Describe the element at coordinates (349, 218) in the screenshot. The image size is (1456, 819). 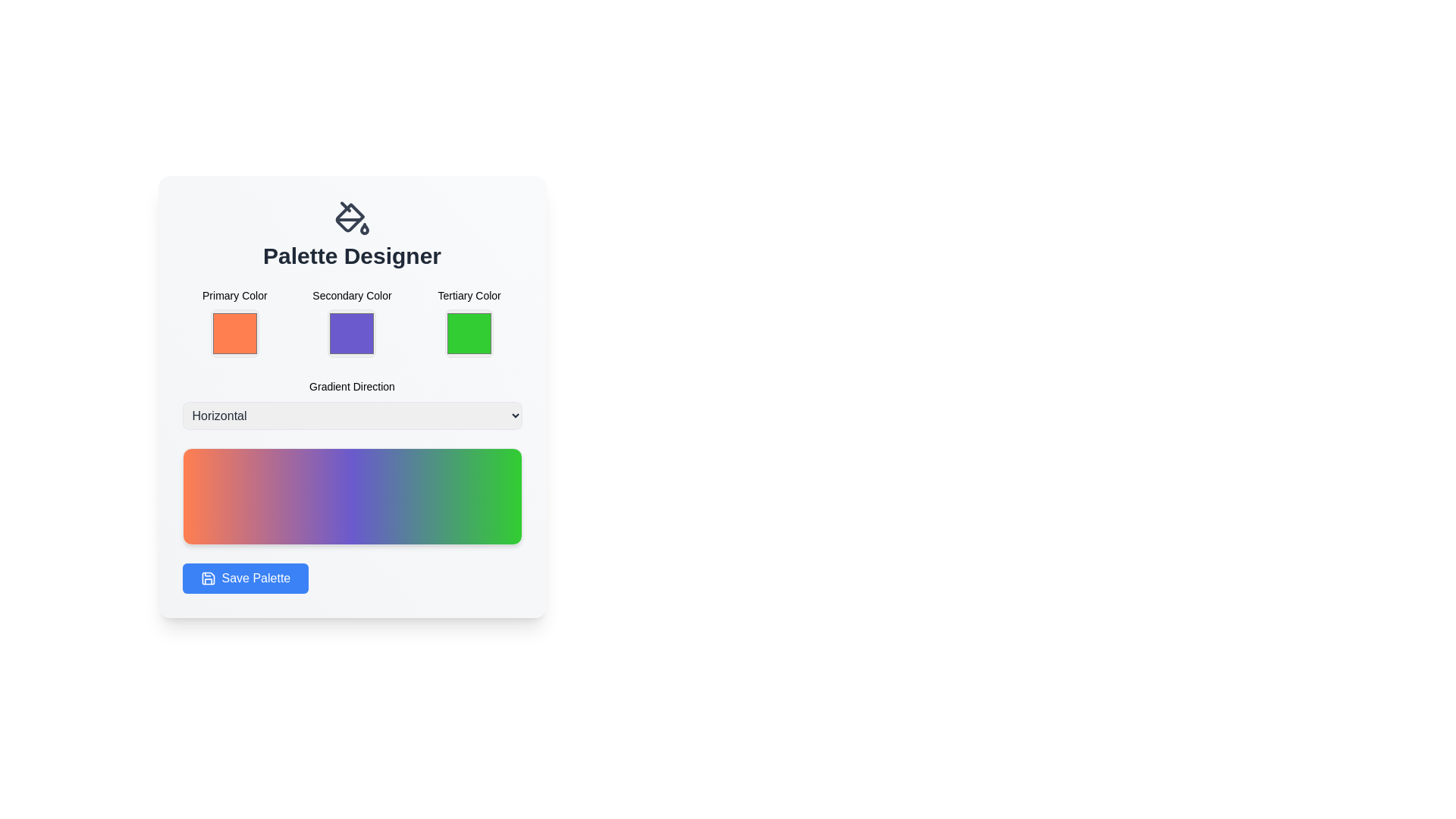
I see `the decorative paint bucket icon located above the title text 'Palette Designer'` at that location.